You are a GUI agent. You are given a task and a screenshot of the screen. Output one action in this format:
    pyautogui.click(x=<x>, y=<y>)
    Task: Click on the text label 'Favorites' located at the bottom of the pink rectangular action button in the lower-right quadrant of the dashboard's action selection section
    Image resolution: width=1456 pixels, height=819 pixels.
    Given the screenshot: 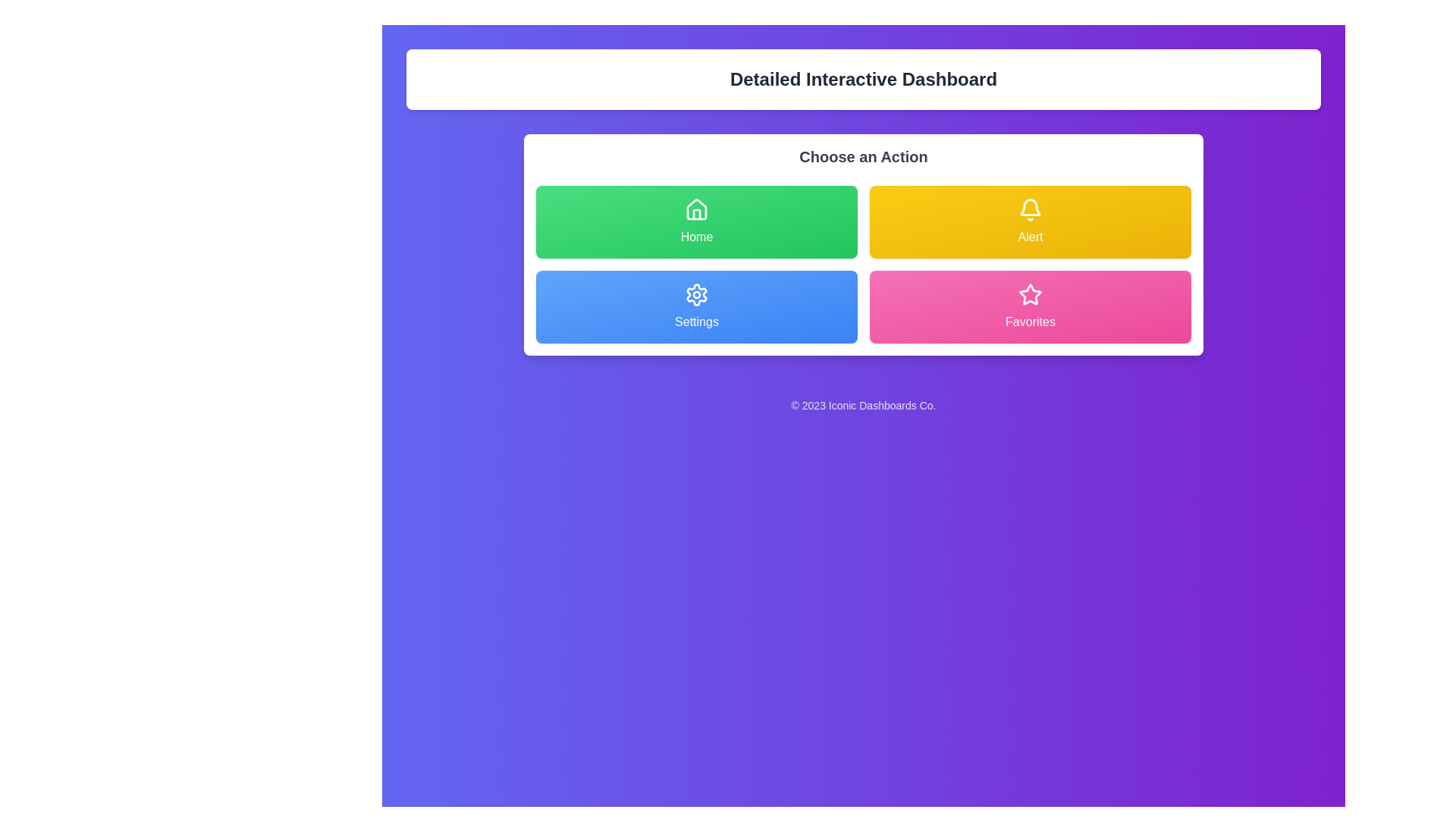 What is the action you would take?
    pyautogui.click(x=1030, y=321)
    